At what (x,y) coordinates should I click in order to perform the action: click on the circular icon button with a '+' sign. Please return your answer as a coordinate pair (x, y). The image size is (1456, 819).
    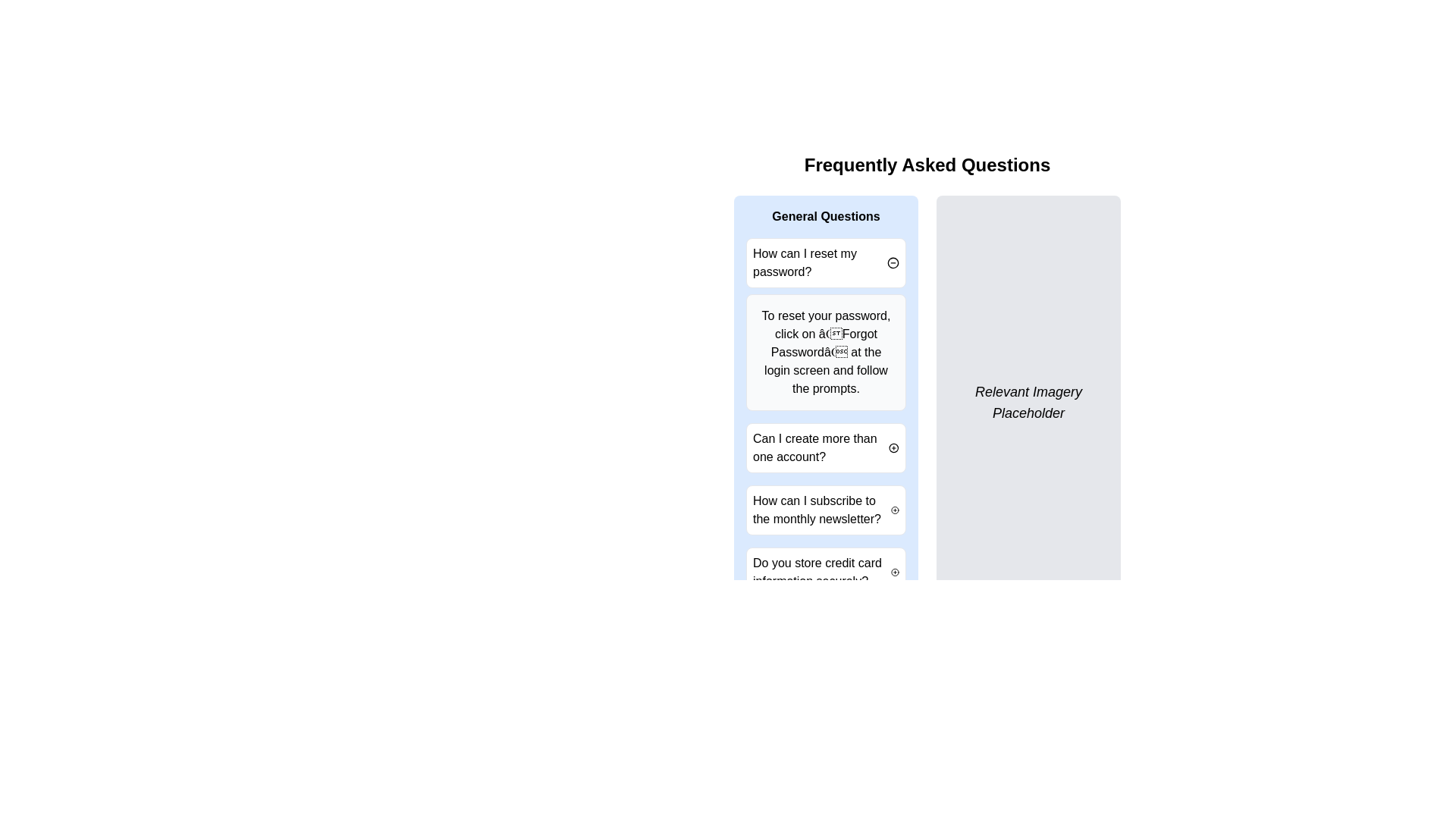
    Looking at the image, I should click on (895, 510).